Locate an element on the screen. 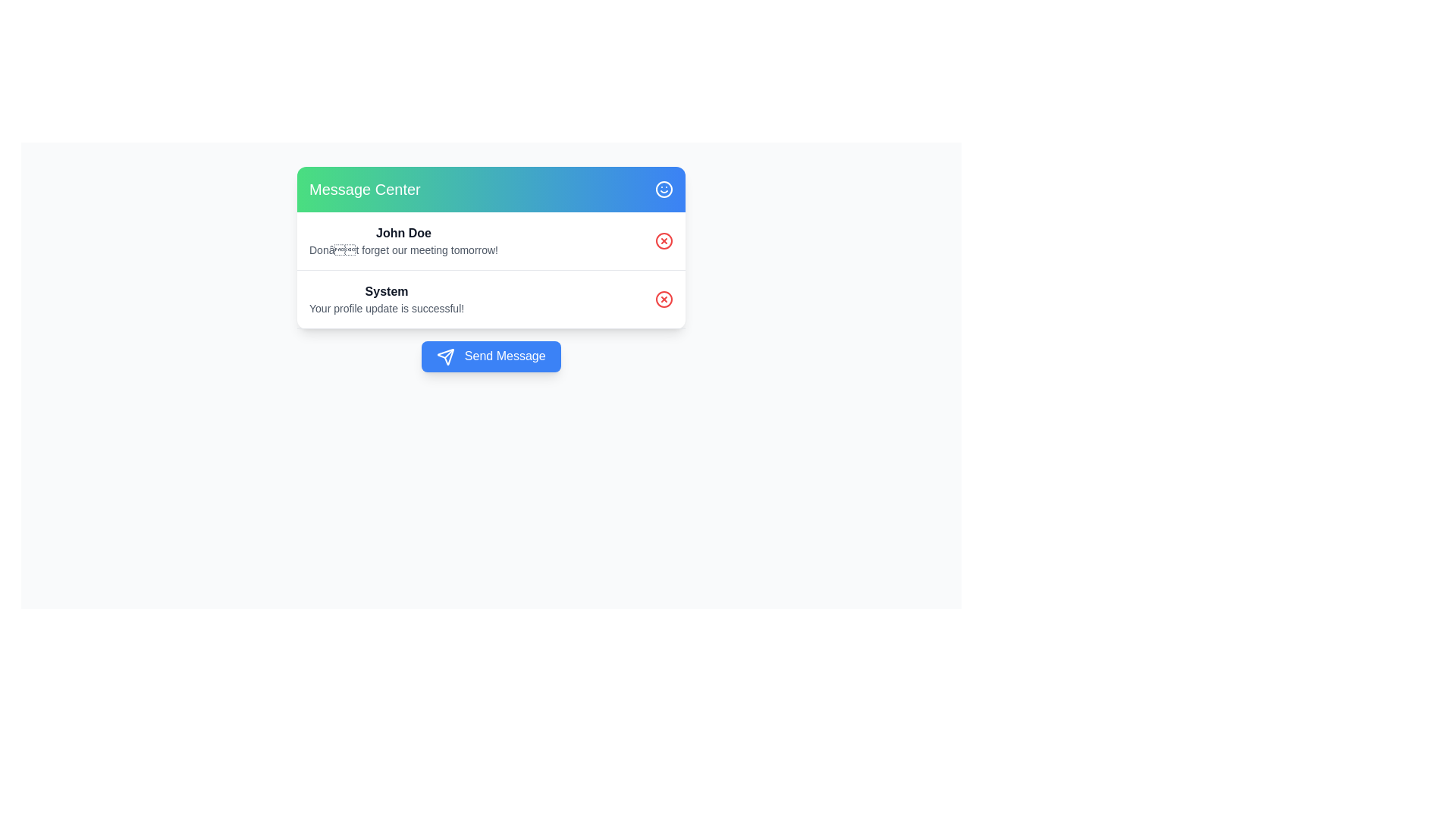 The width and height of the screenshot is (1456, 819). notification message from 'John Doe' about the meeting scheduled for tomorrow, which is displayed in the first item of the Message Center notifications is located at coordinates (491, 240).